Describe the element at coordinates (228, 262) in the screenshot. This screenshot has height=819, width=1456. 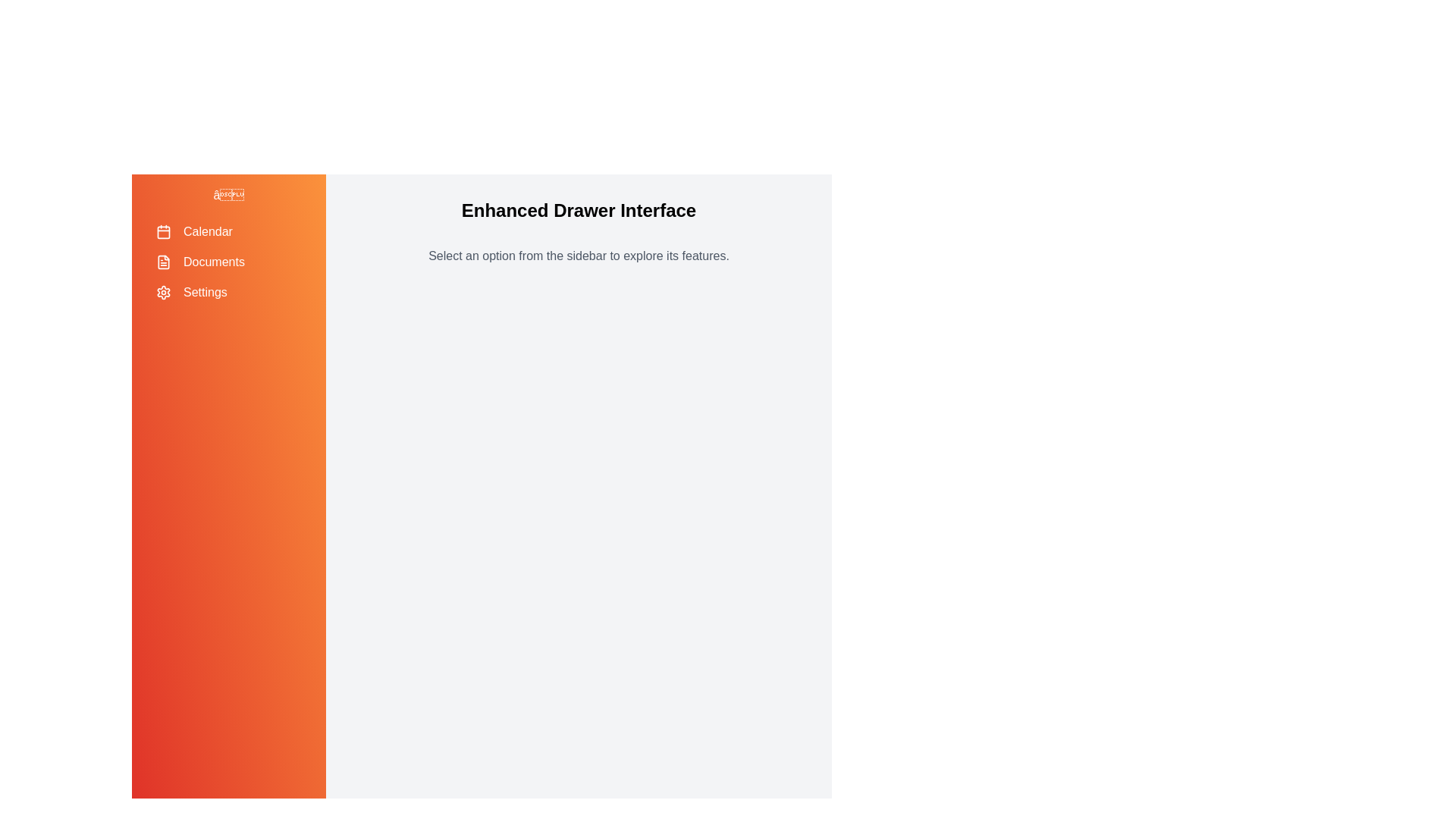
I see `the menu item Documents to navigate` at that location.